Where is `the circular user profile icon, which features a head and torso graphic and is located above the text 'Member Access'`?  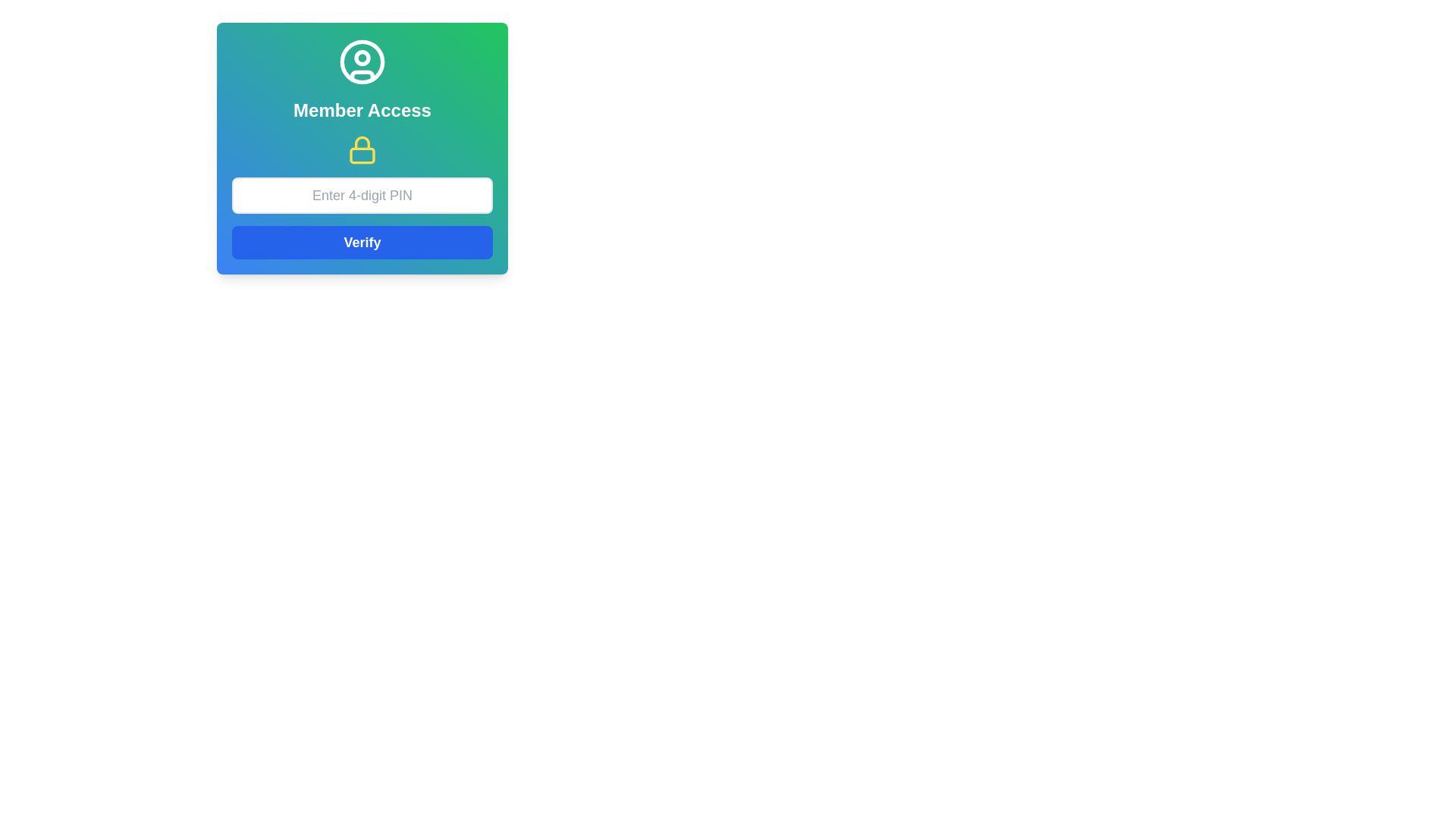
the circular user profile icon, which features a head and torso graphic and is located above the text 'Member Access' is located at coordinates (362, 61).